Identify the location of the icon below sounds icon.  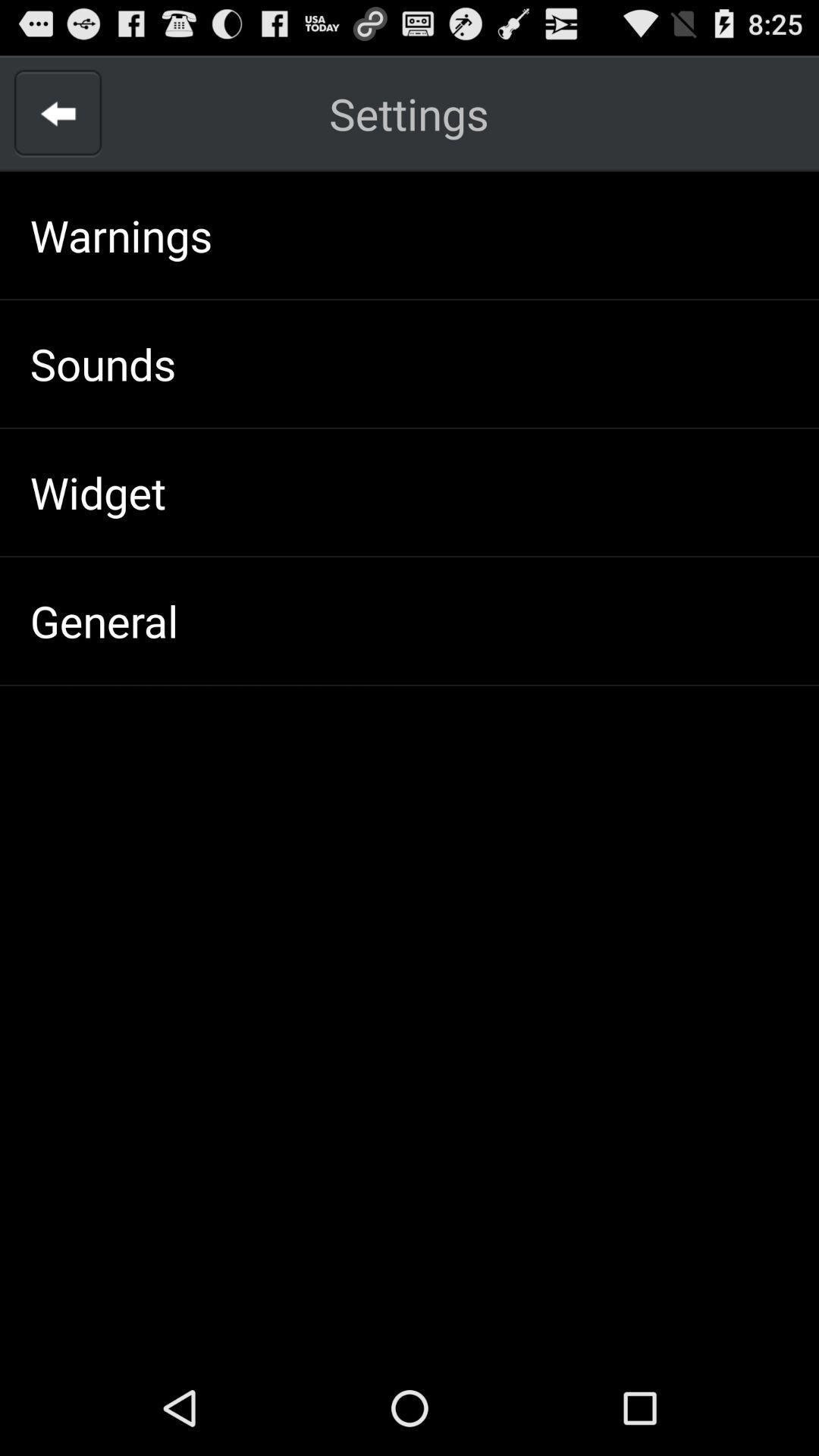
(98, 492).